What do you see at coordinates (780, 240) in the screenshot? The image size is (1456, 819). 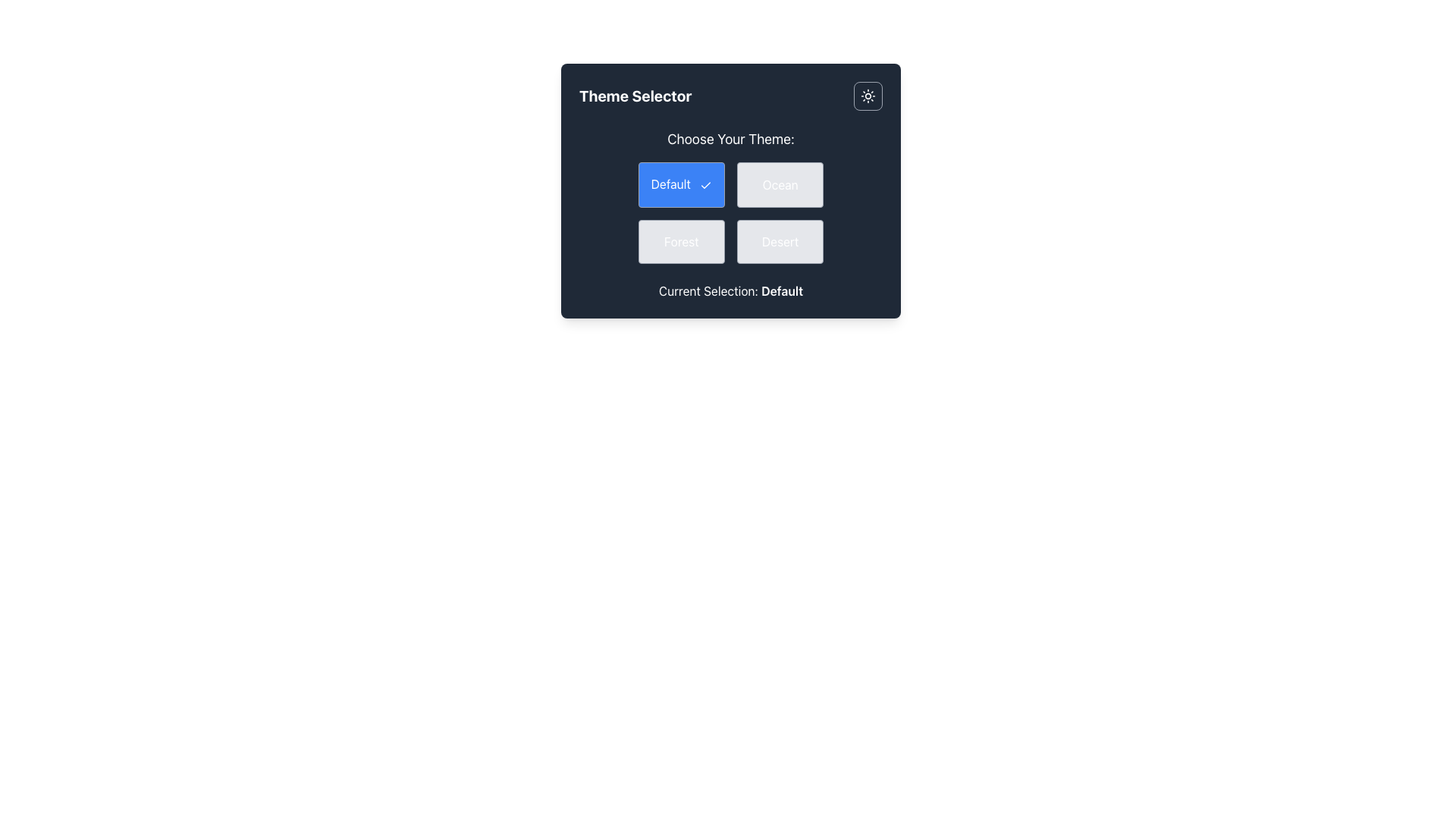 I see `the 'Desert' button, which is the bottom-right button in a 2-by-2 grid of buttons labeled 'Default', 'Ocean', 'Forest', and 'Desert'` at bounding box center [780, 240].